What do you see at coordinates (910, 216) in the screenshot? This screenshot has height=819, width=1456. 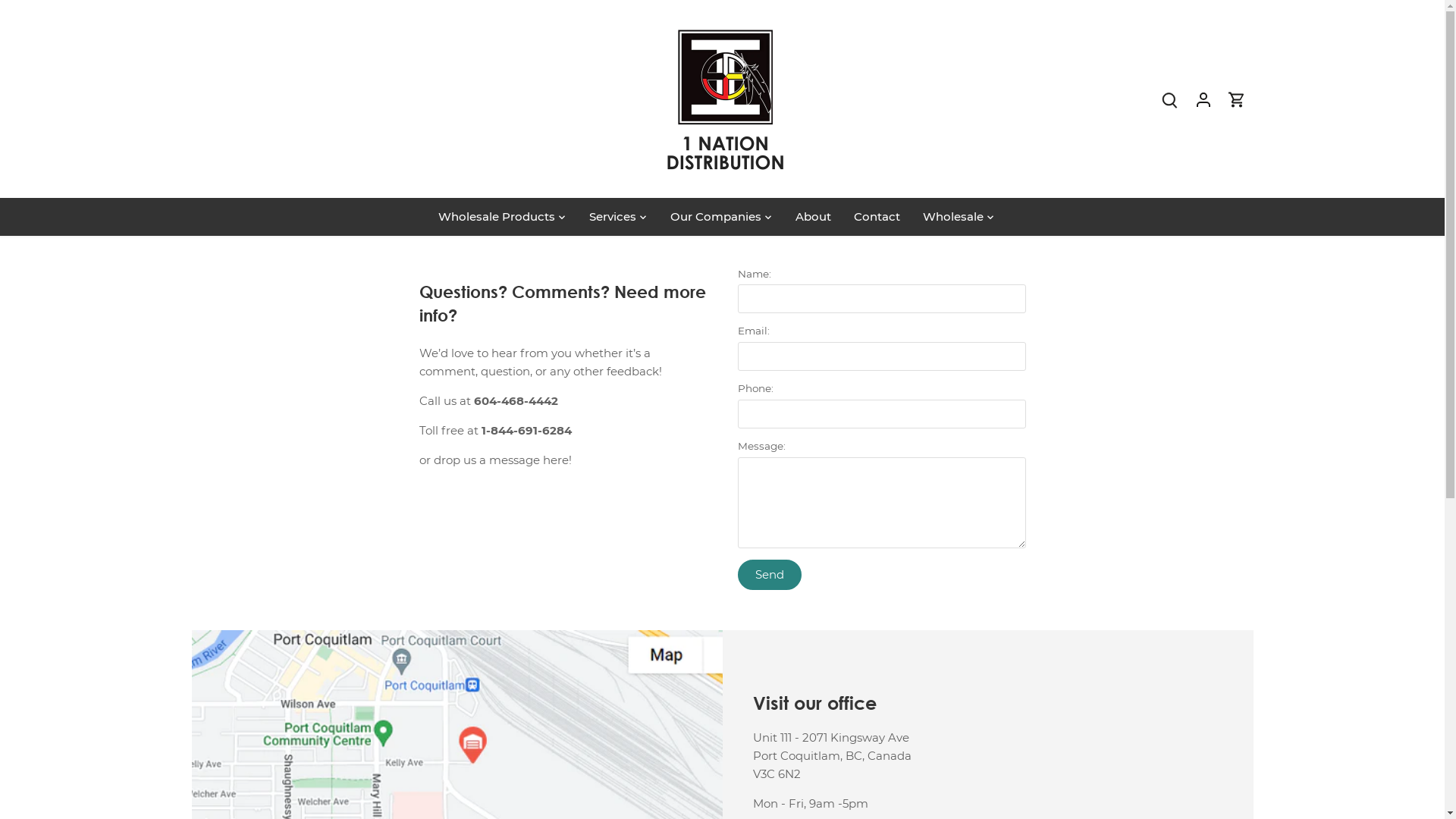 I see `'Wholesale'` at bounding box center [910, 216].